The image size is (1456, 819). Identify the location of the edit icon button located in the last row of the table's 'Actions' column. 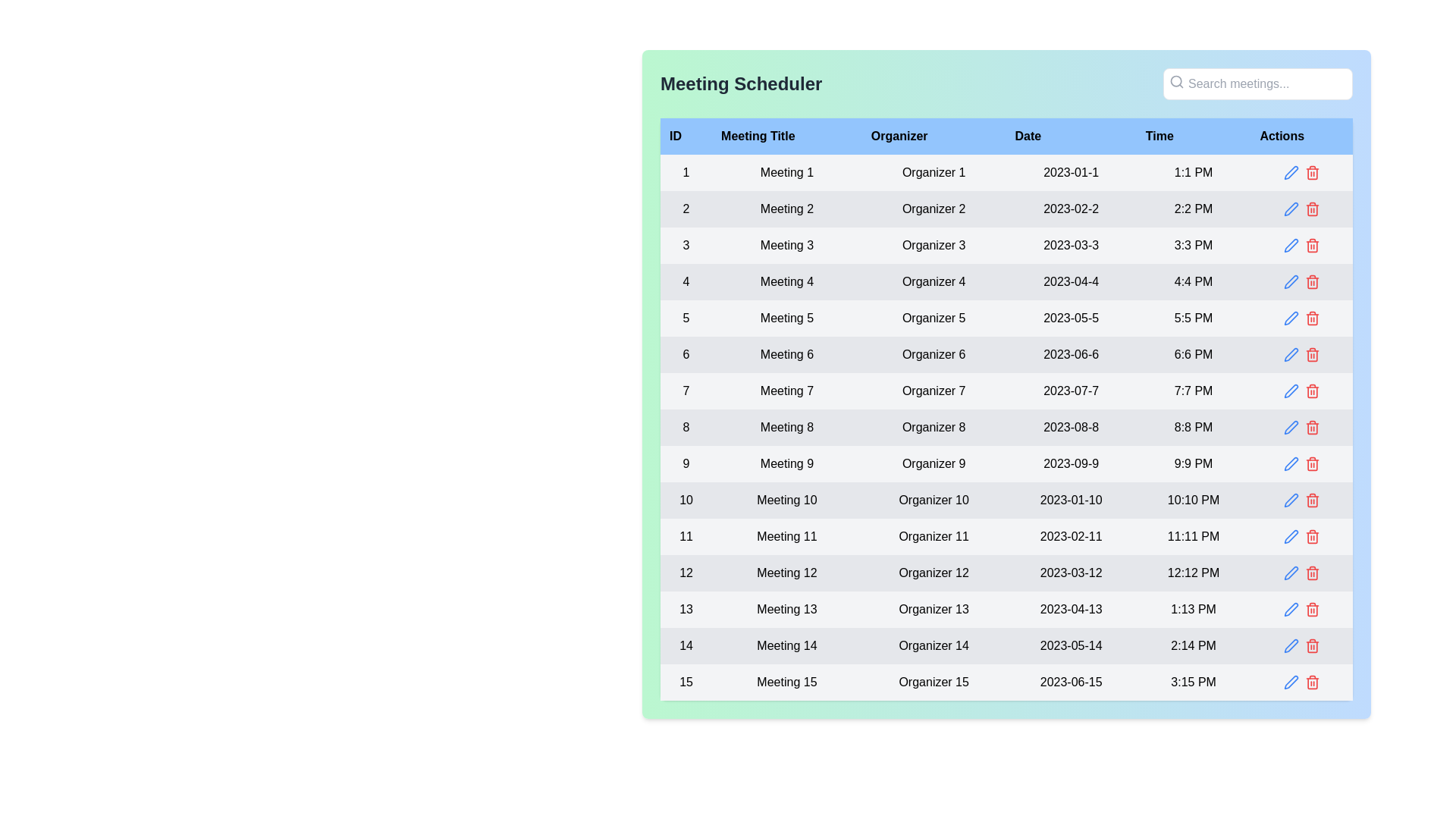
(1290, 681).